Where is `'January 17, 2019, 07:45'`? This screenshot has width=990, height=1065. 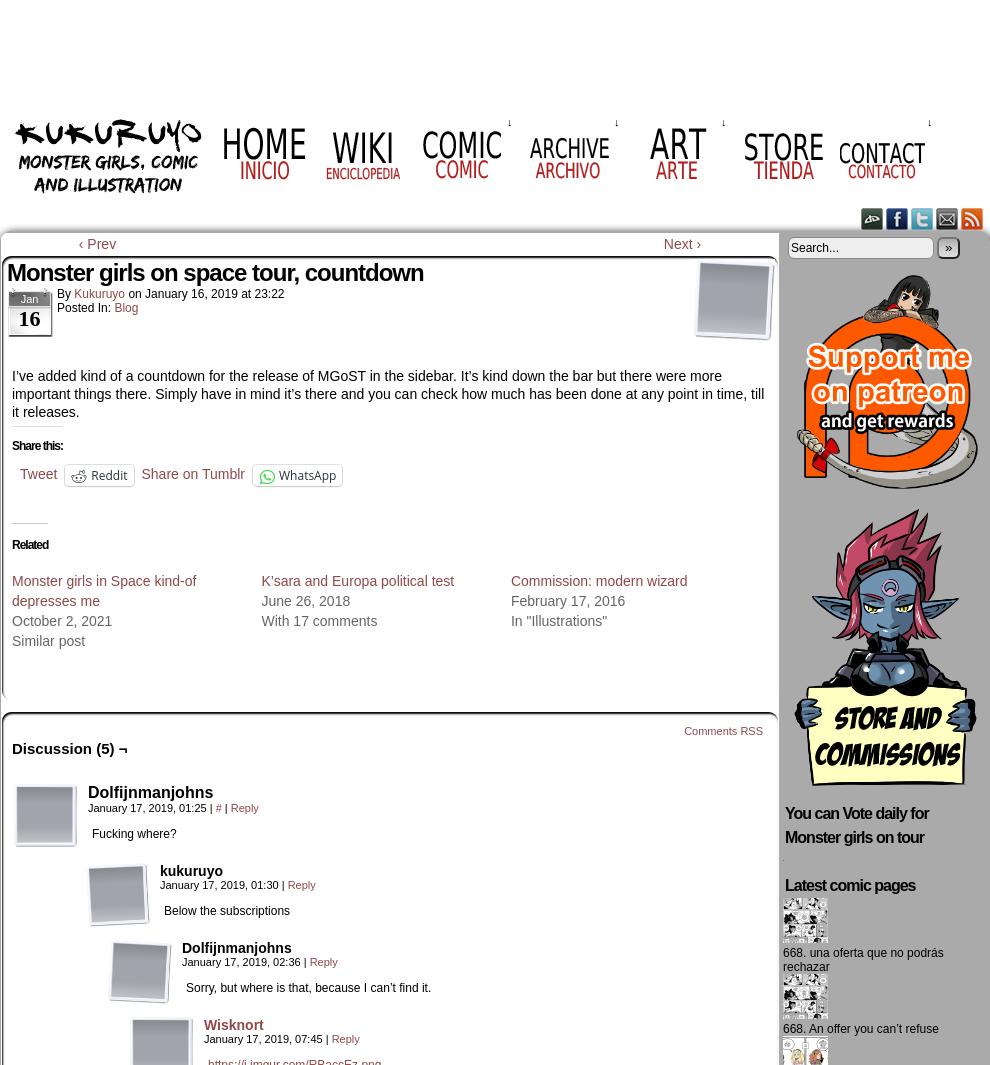
'January 17, 2019, 07:45' is located at coordinates (264, 1039).